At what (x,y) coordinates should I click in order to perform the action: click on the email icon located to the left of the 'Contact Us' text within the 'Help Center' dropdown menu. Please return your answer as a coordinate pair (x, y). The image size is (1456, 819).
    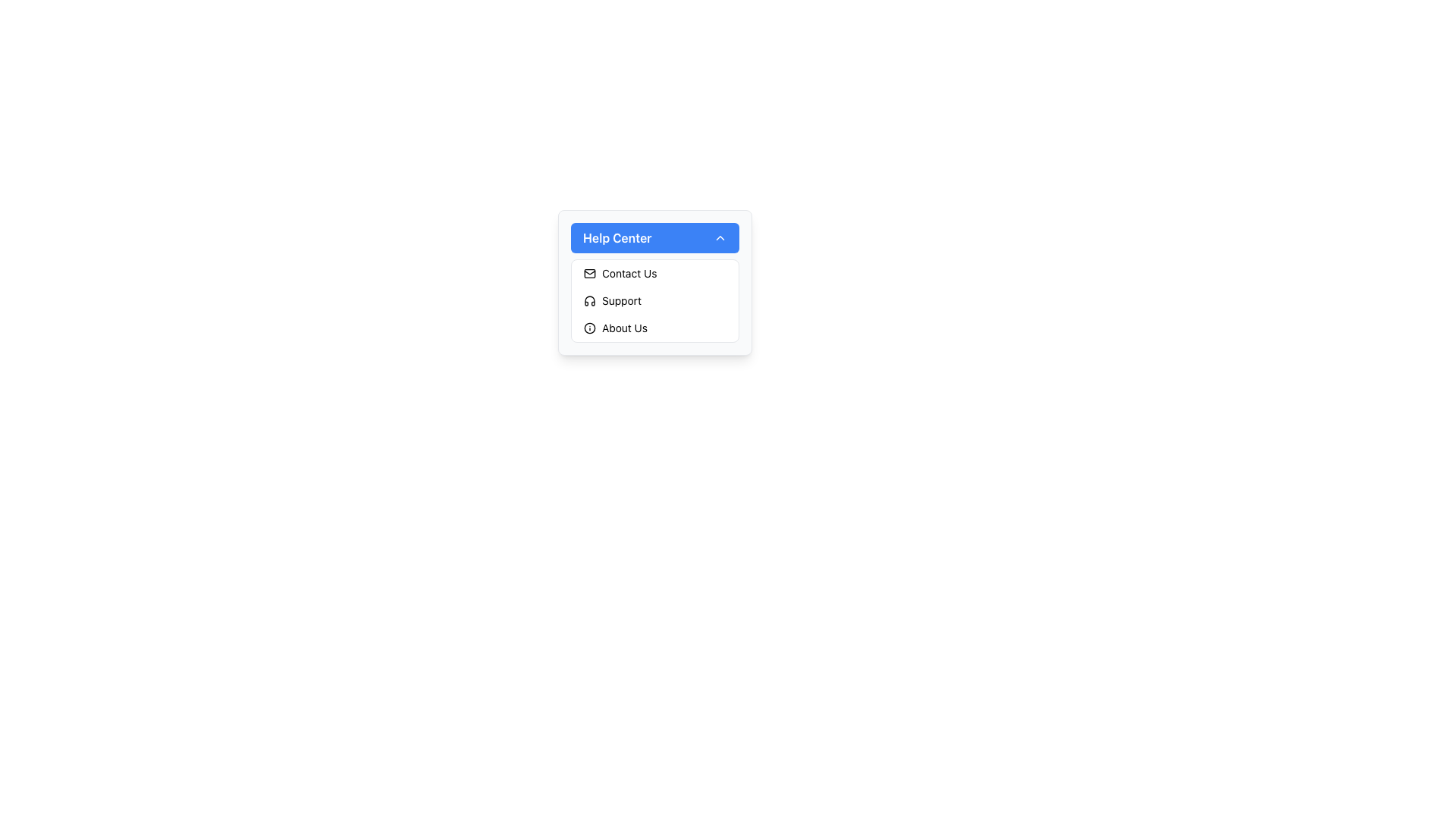
    Looking at the image, I should click on (588, 274).